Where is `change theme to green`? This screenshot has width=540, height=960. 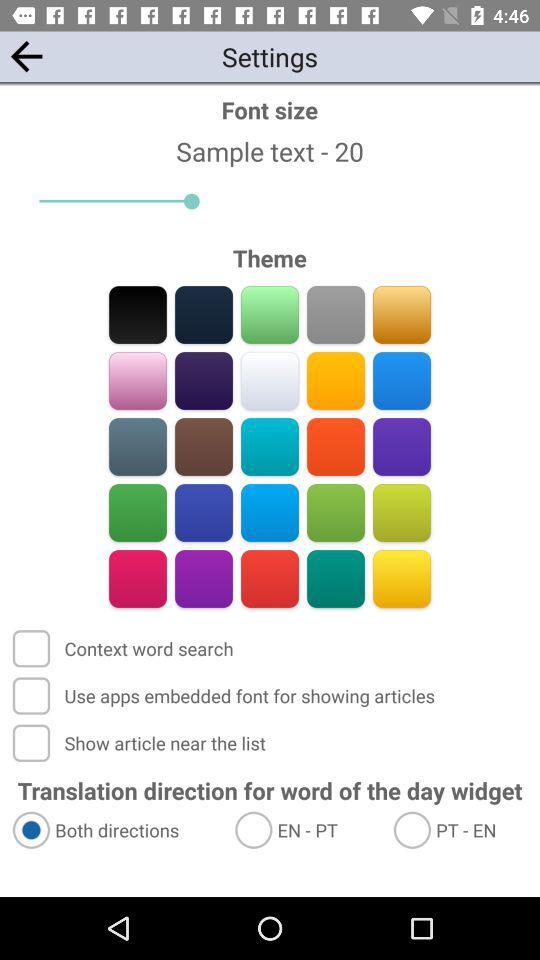 change theme to green is located at coordinates (137, 512).